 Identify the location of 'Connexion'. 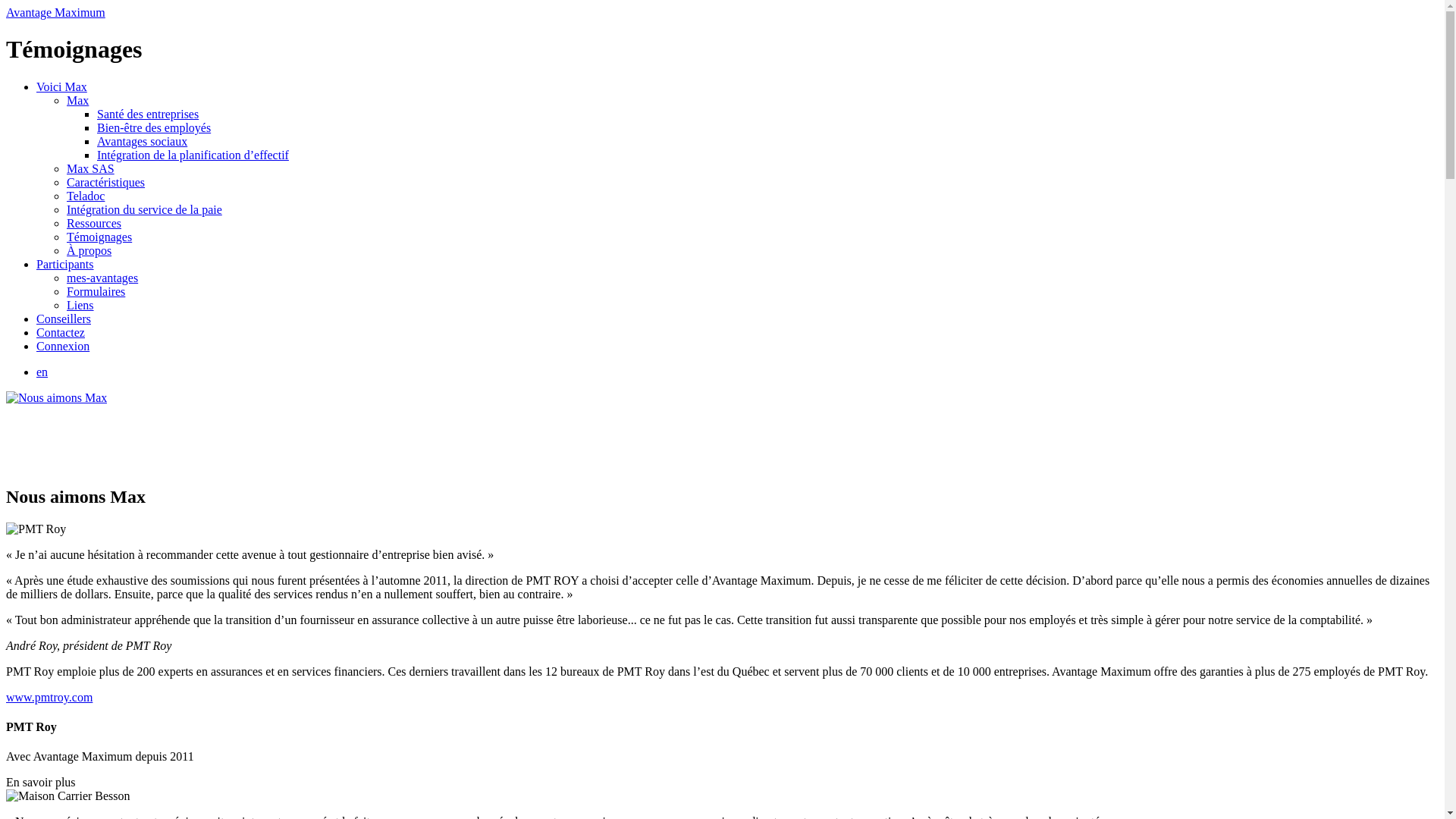
(61, 346).